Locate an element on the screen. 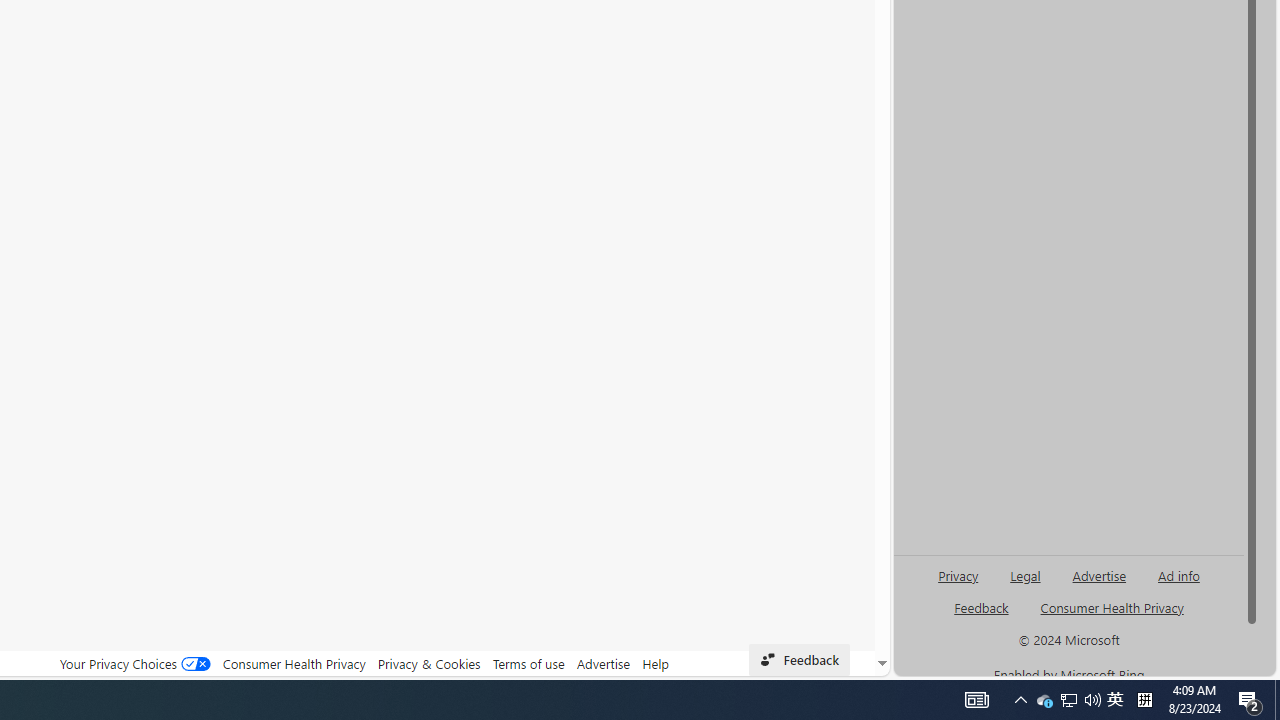 The width and height of the screenshot is (1280, 720). 'Terms of use' is located at coordinates (528, 663).